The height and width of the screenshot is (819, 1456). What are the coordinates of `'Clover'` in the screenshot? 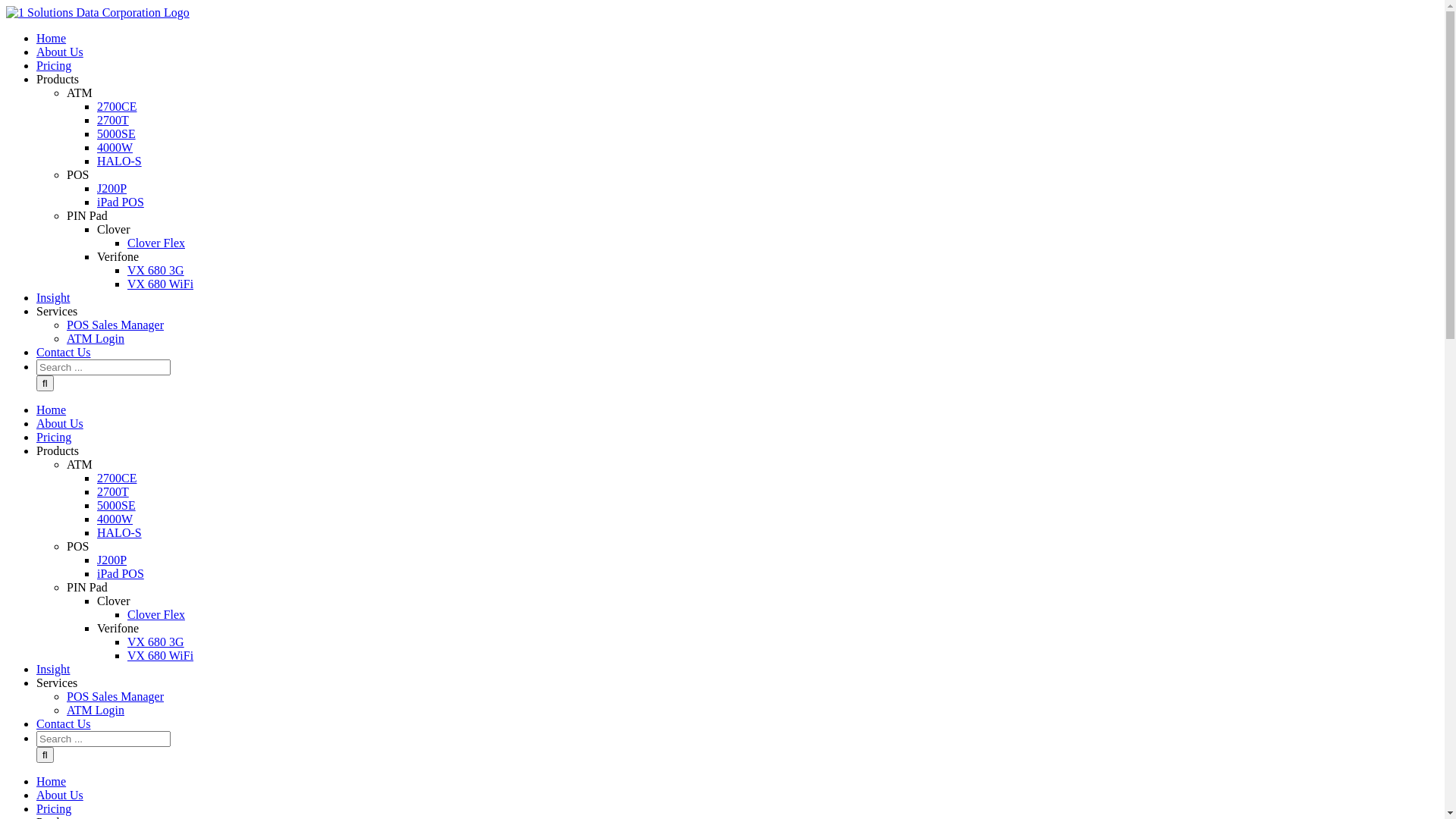 It's located at (96, 600).